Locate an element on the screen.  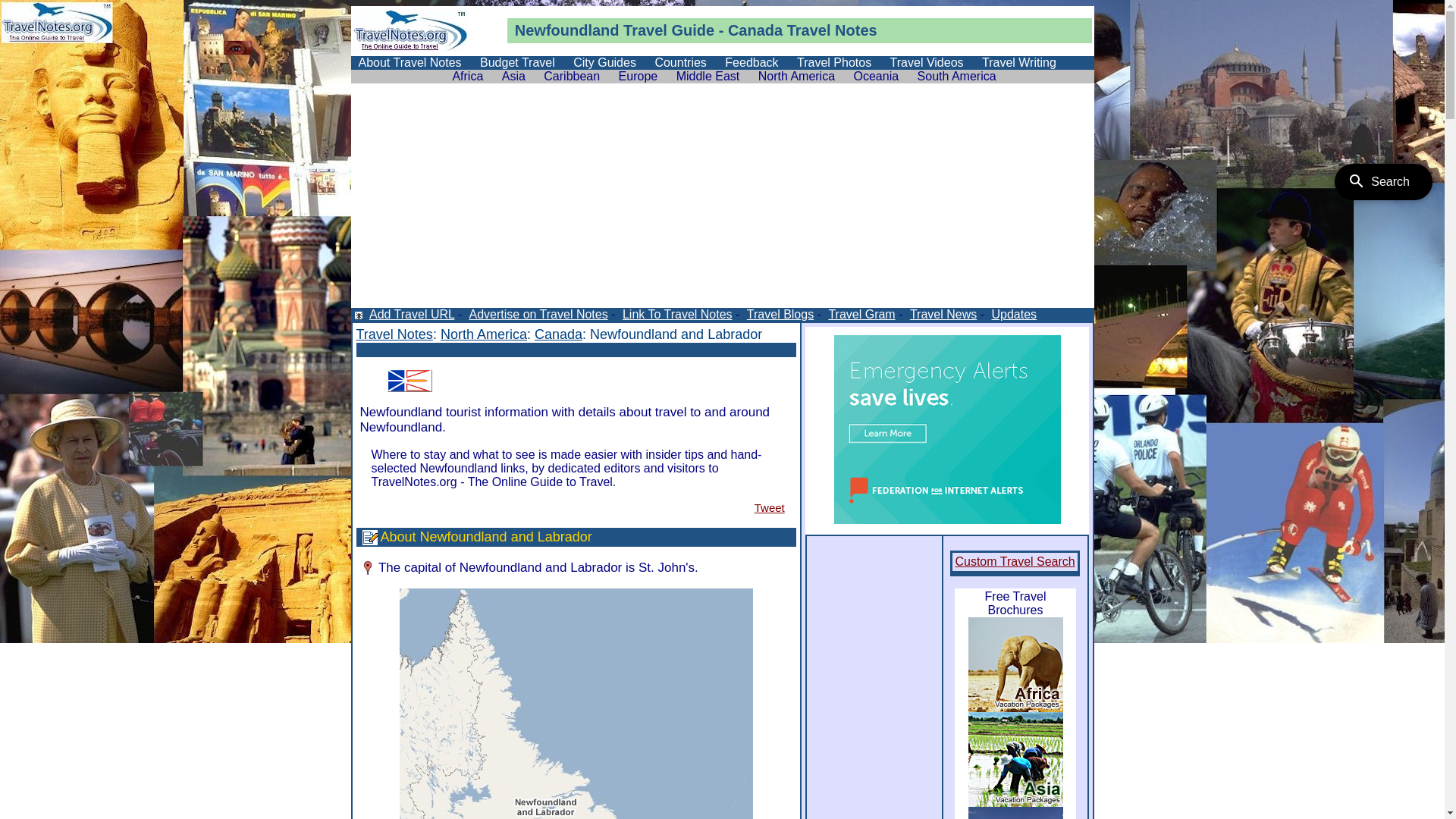
'Travel Photos' is located at coordinates (833, 61).